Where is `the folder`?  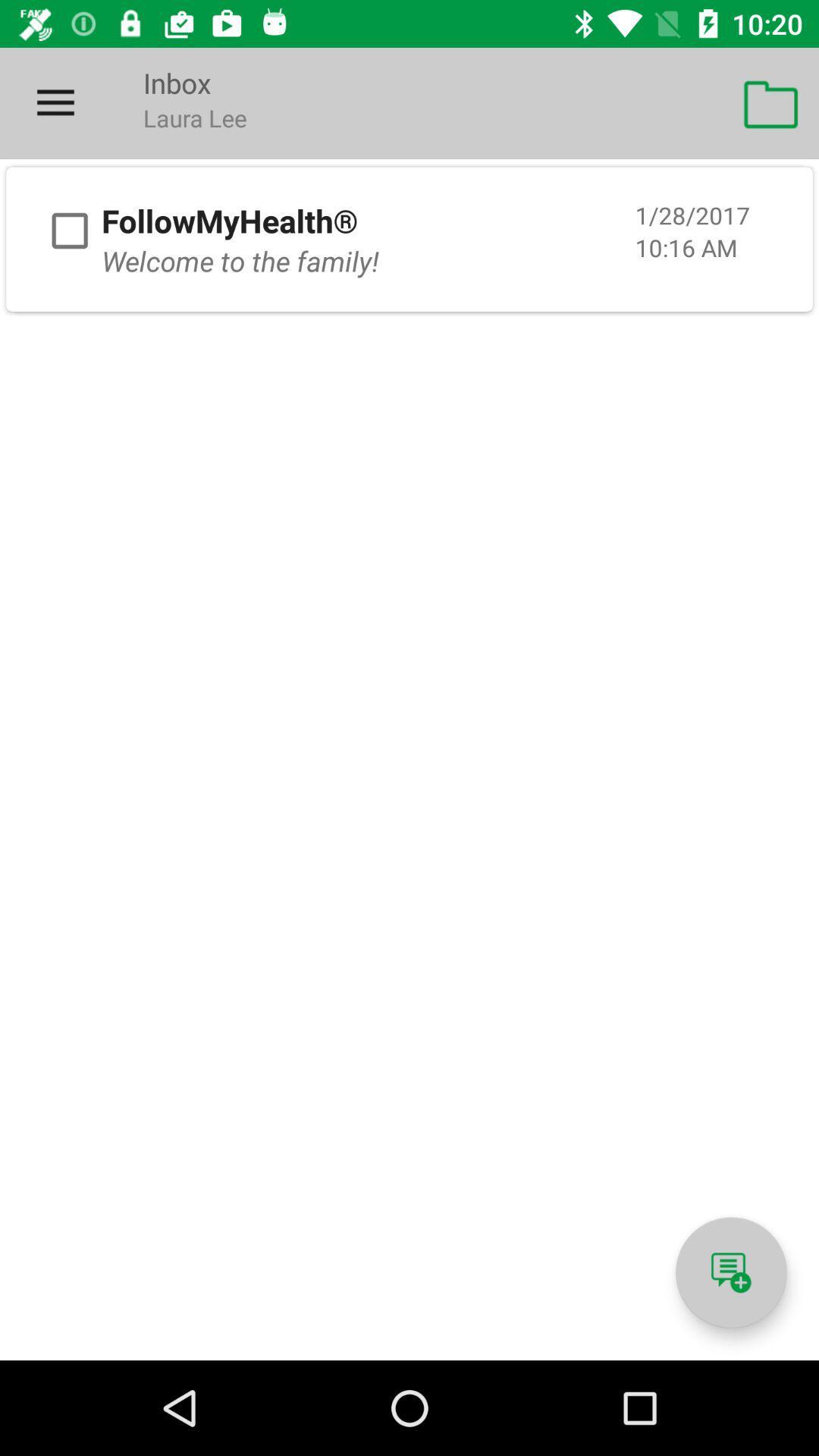 the folder is located at coordinates (70, 230).